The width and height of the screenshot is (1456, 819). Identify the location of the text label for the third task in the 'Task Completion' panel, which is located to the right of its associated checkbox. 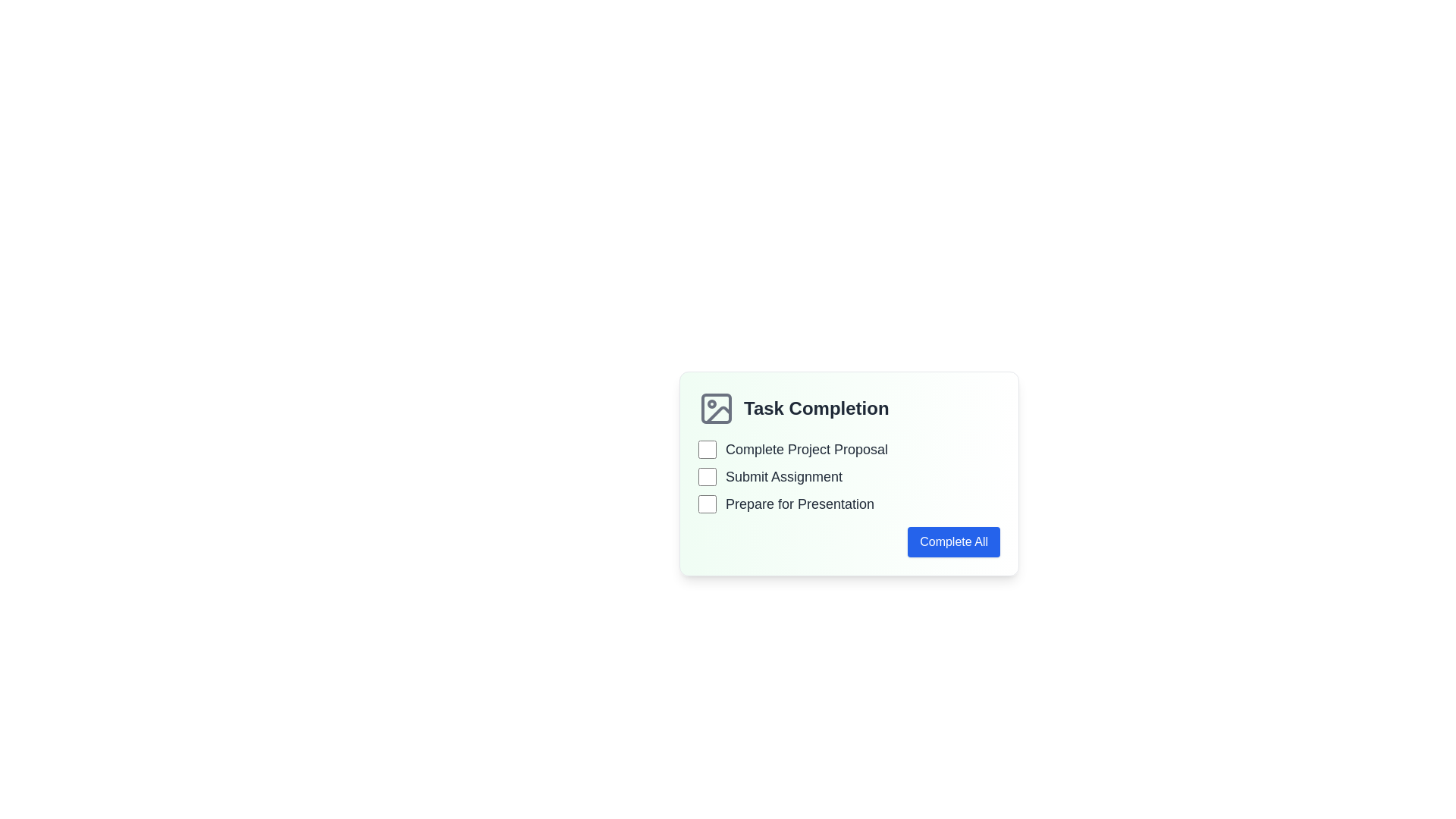
(799, 504).